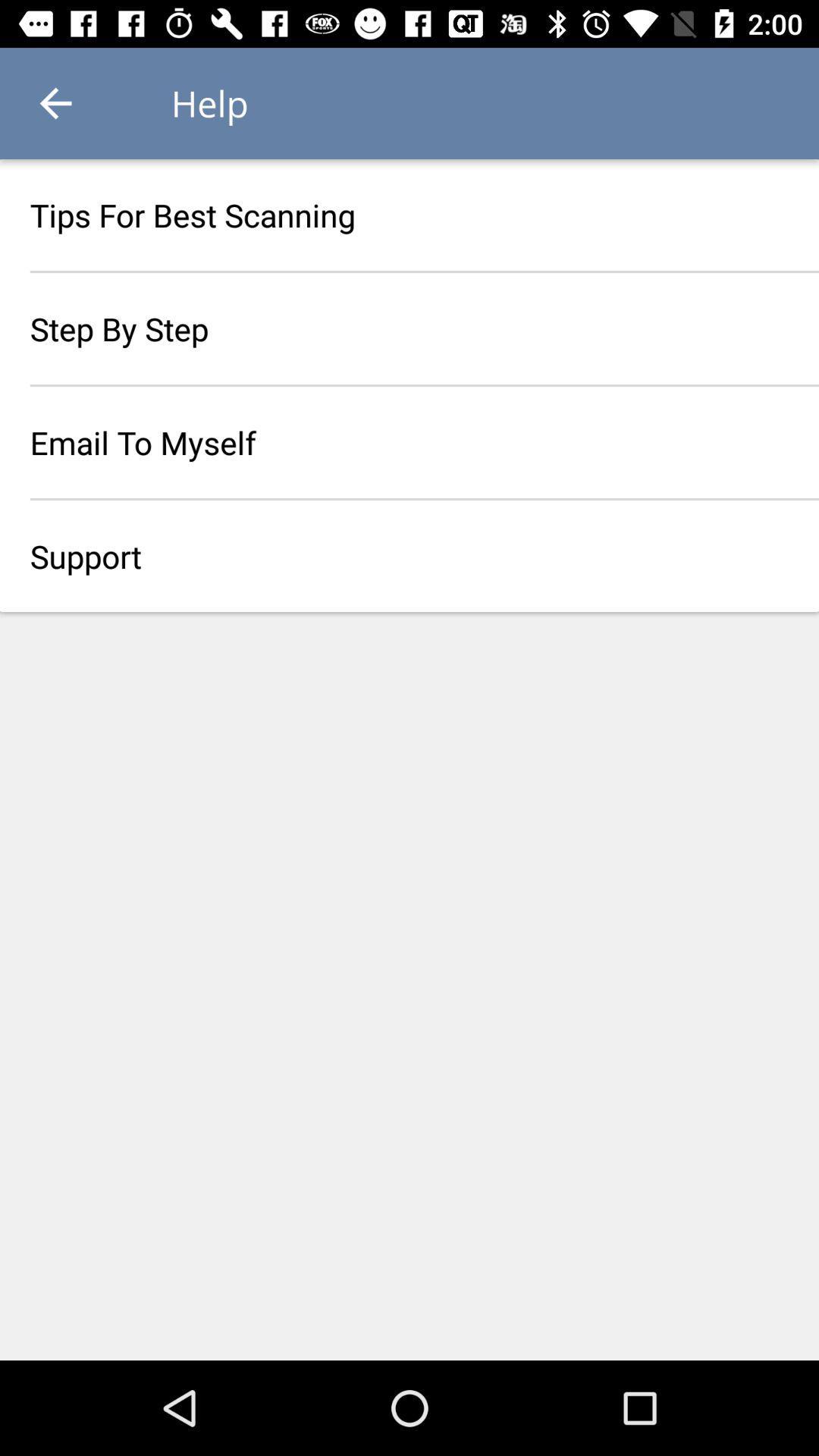 Image resolution: width=819 pixels, height=1456 pixels. What do you see at coordinates (409, 214) in the screenshot?
I see `tips for best icon` at bounding box center [409, 214].